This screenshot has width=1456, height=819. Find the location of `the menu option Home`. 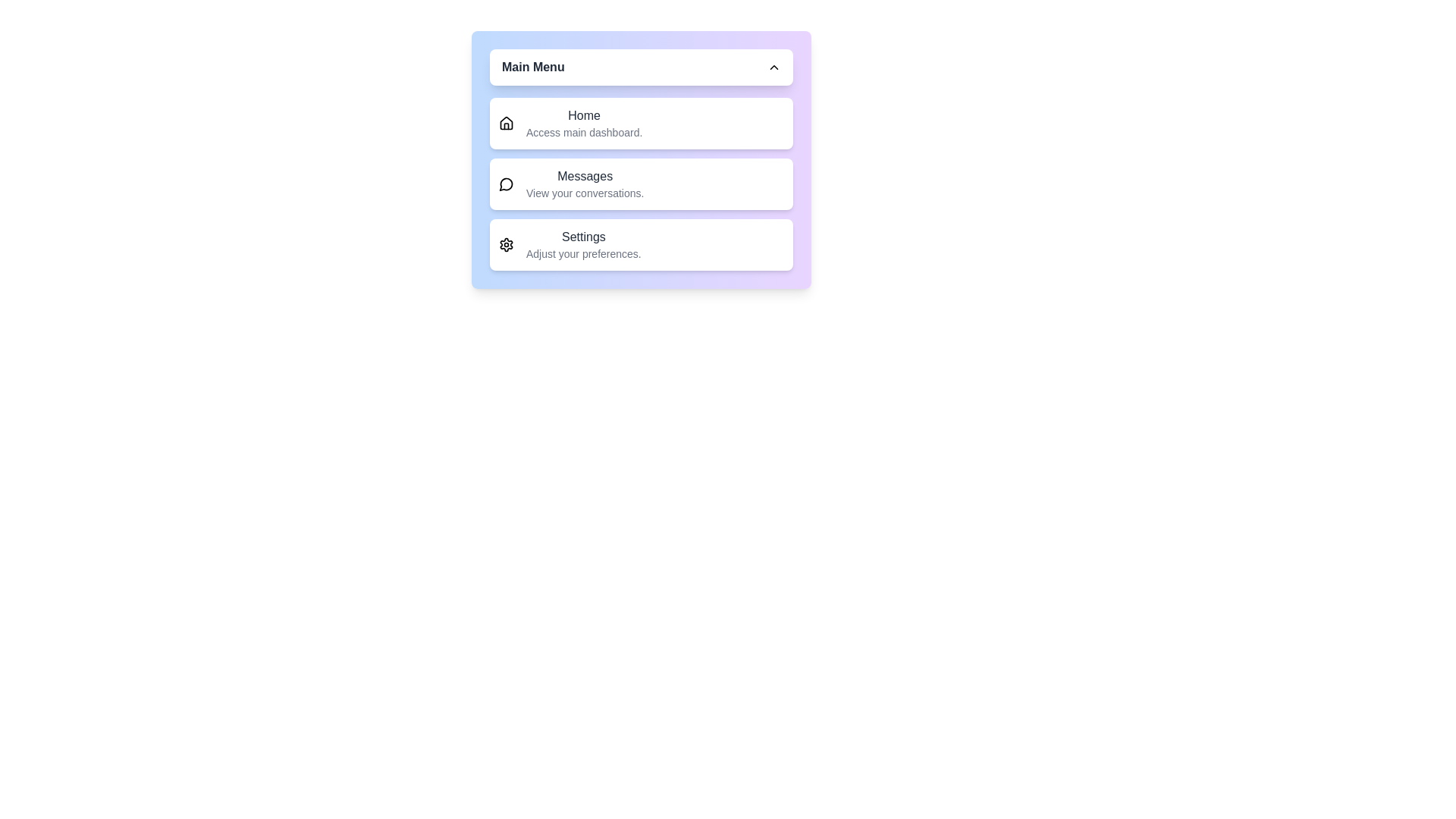

the menu option Home is located at coordinates (641, 122).